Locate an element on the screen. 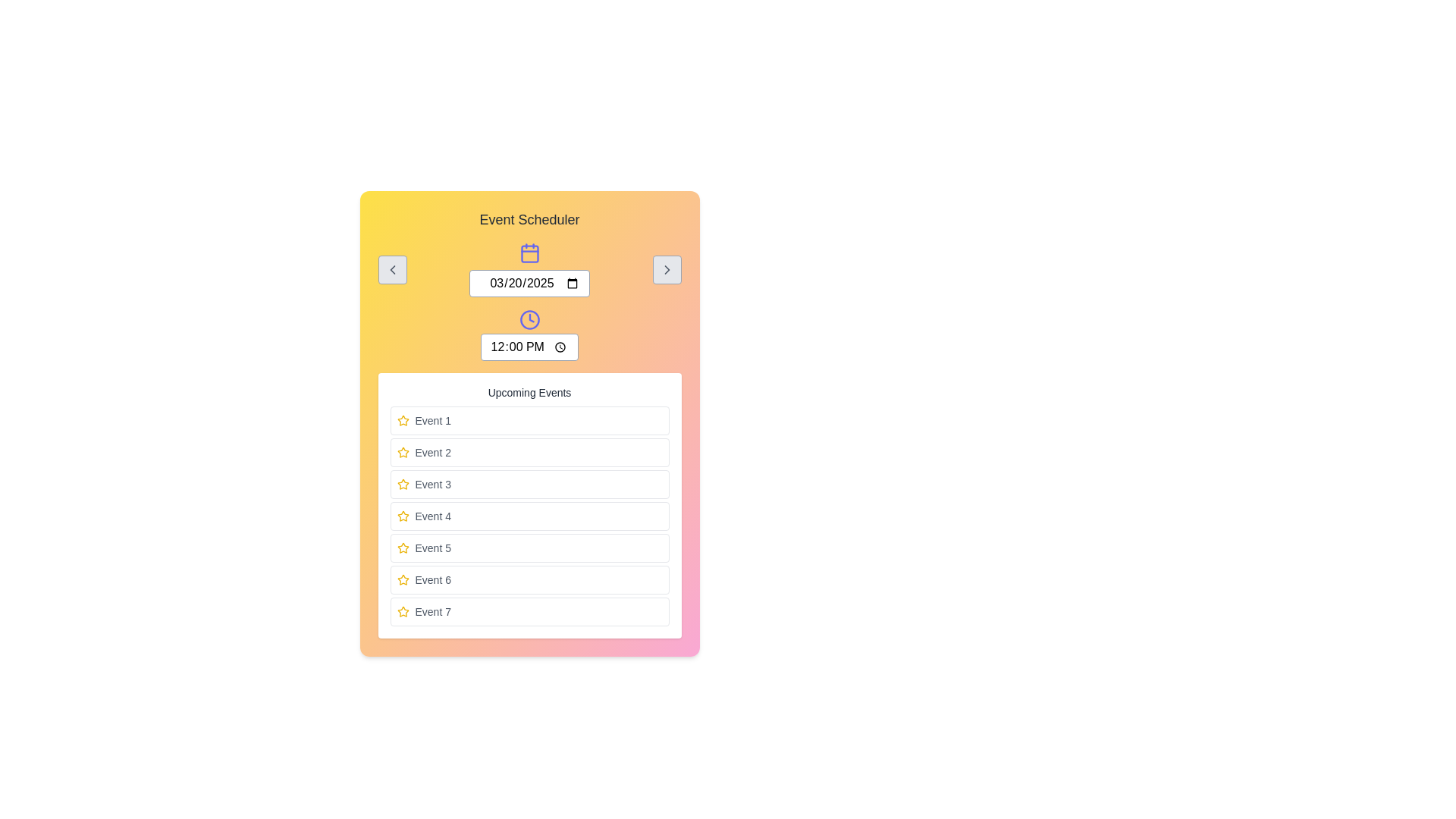 This screenshot has height=819, width=1456. the yellow five-pointed star icon is located at coordinates (403, 515).